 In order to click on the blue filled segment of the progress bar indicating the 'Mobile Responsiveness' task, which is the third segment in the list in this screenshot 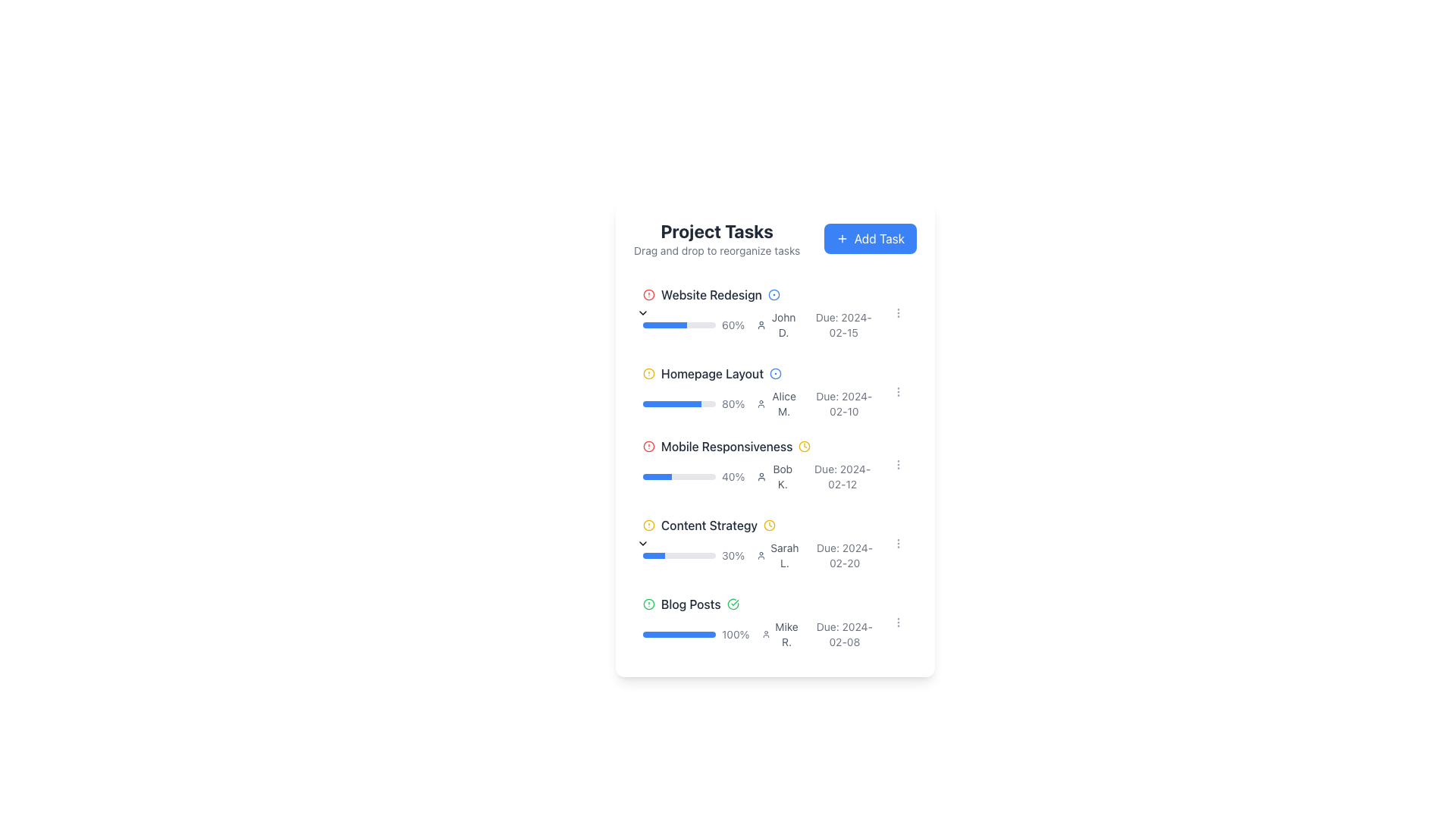, I will do `click(657, 475)`.